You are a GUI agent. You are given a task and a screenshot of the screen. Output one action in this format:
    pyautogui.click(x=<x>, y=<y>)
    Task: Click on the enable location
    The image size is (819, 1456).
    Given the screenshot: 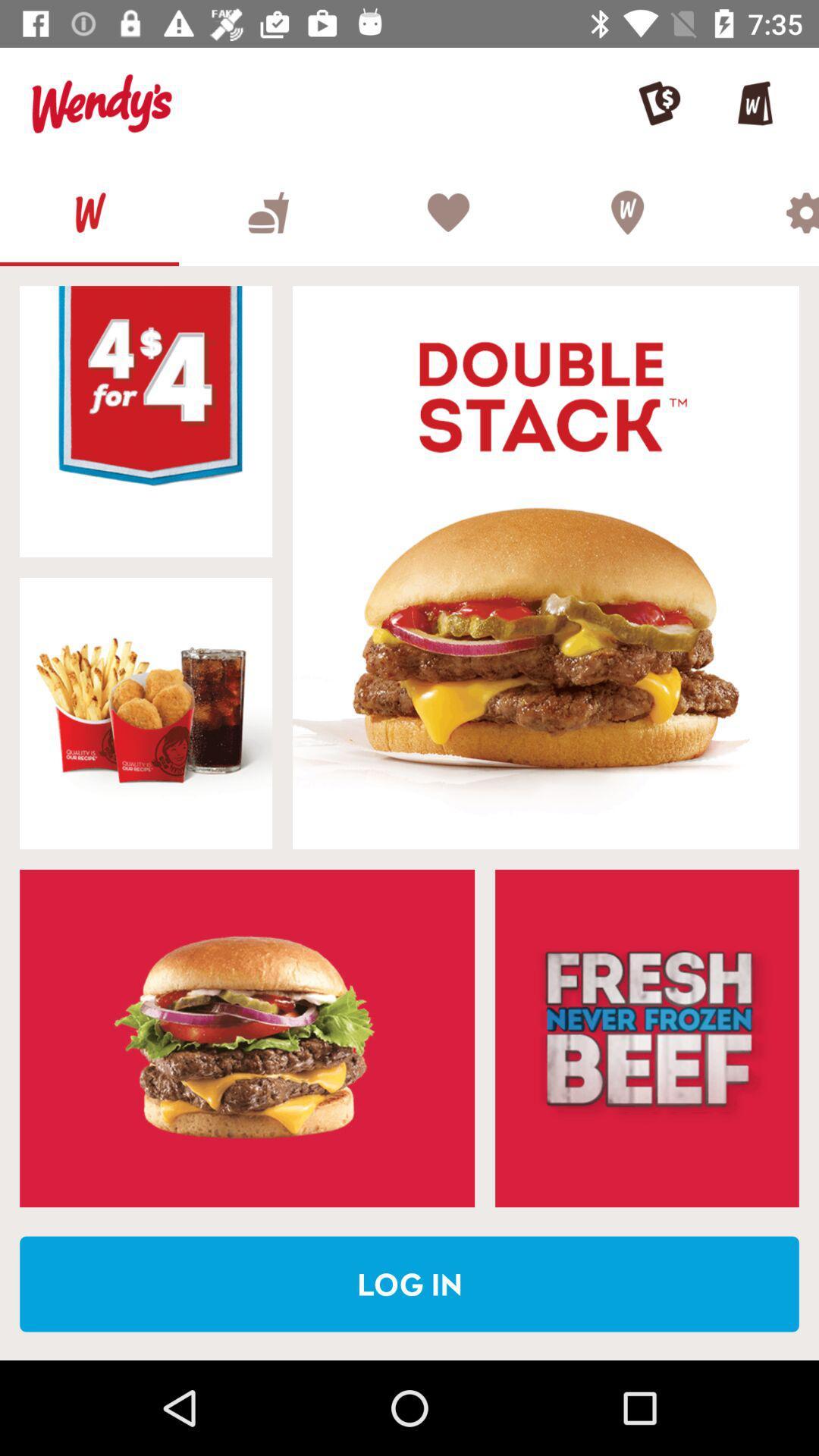 What is the action you would take?
    pyautogui.click(x=626, y=212)
    